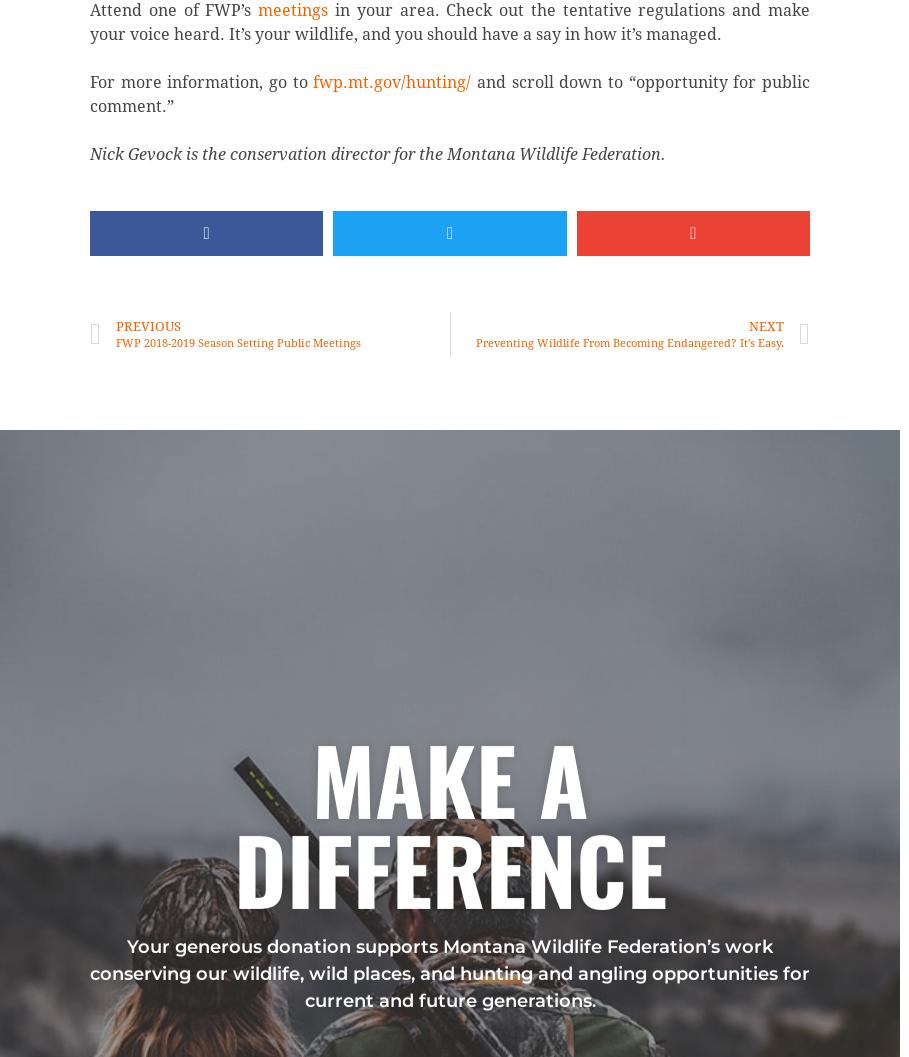 Image resolution: width=909 pixels, height=1057 pixels. I want to click on 'and scroll down to “opportunity for public comment.”', so click(448, 93).